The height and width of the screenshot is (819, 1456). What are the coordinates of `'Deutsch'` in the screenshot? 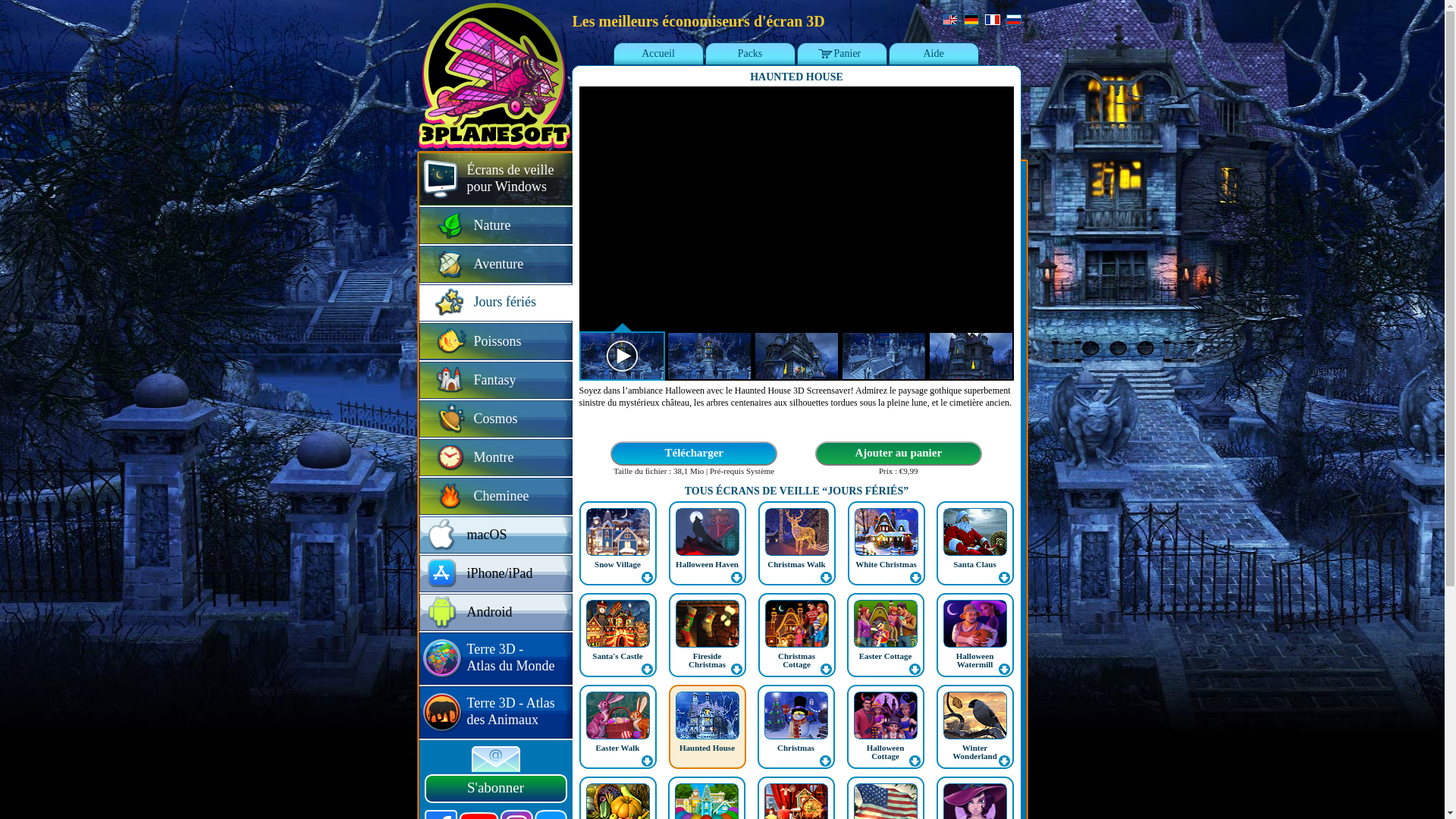 It's located at (971, 20).